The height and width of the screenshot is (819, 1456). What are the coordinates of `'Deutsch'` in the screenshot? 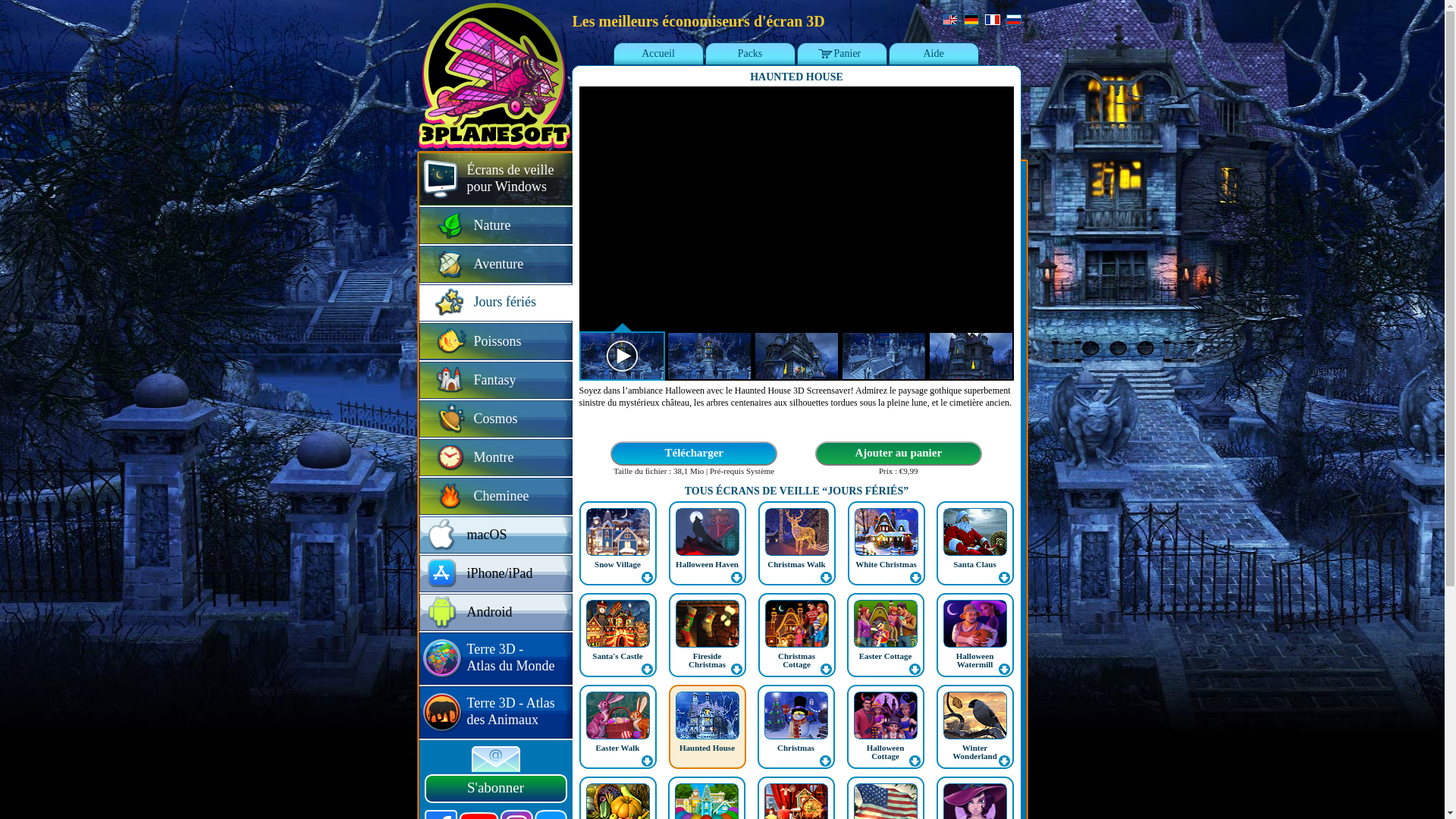 It's located at (971, 20).